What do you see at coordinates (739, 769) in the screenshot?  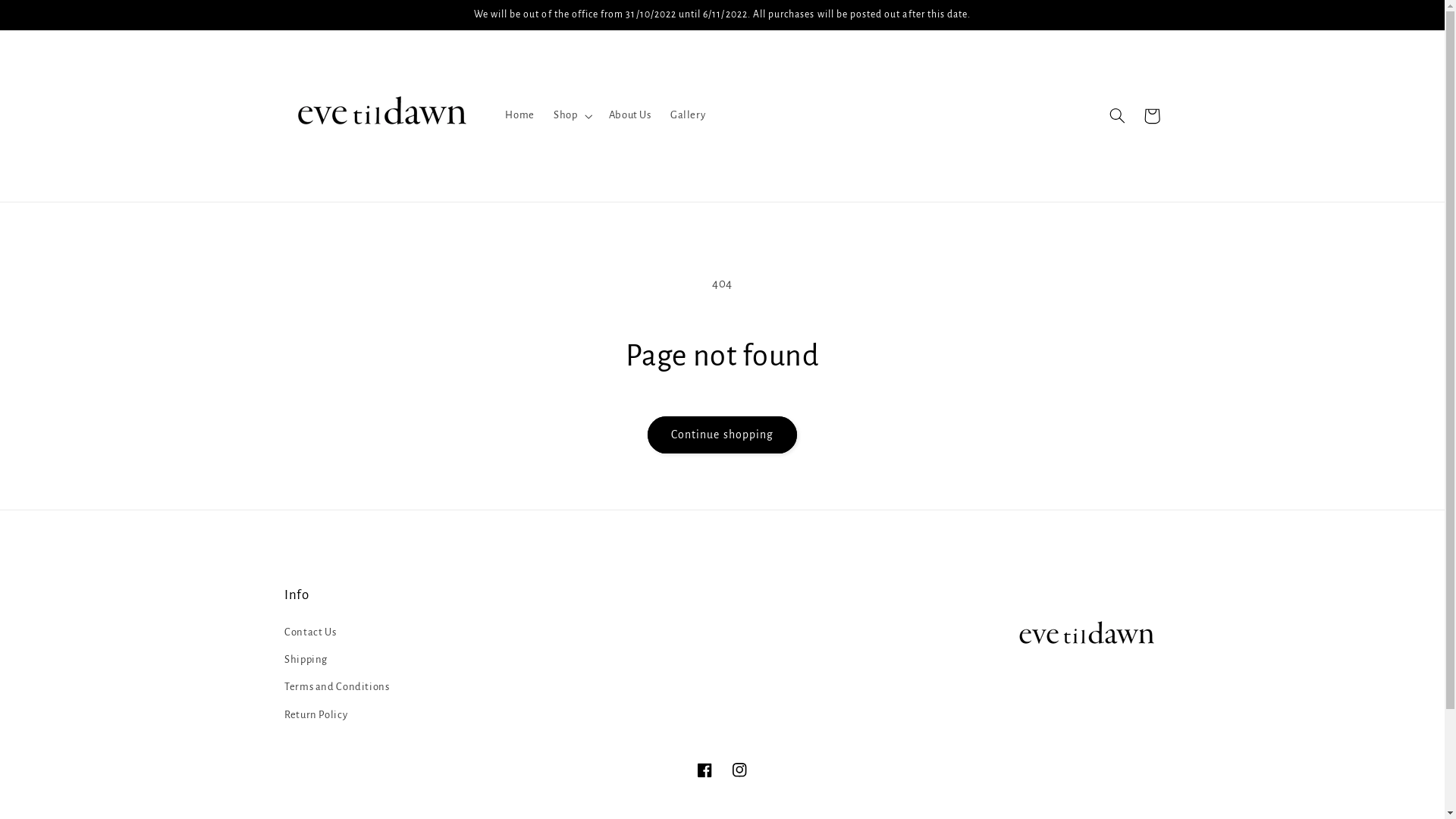 I see `'Instagram'` at bounding box center [739, 769].